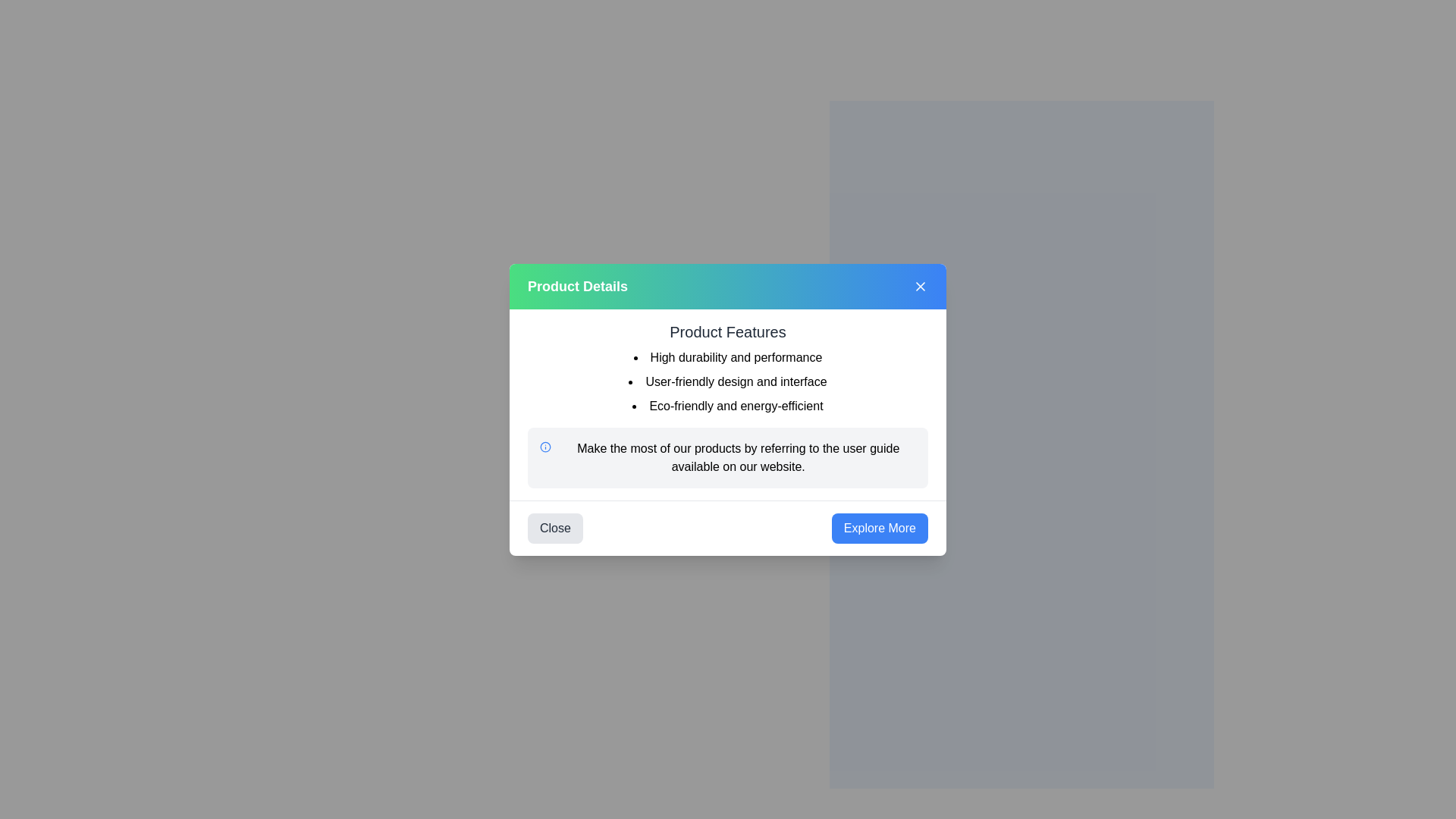  I want to click on the text label reading 'User-friendly design and interface' in the bulleted list, so click(728, 380).